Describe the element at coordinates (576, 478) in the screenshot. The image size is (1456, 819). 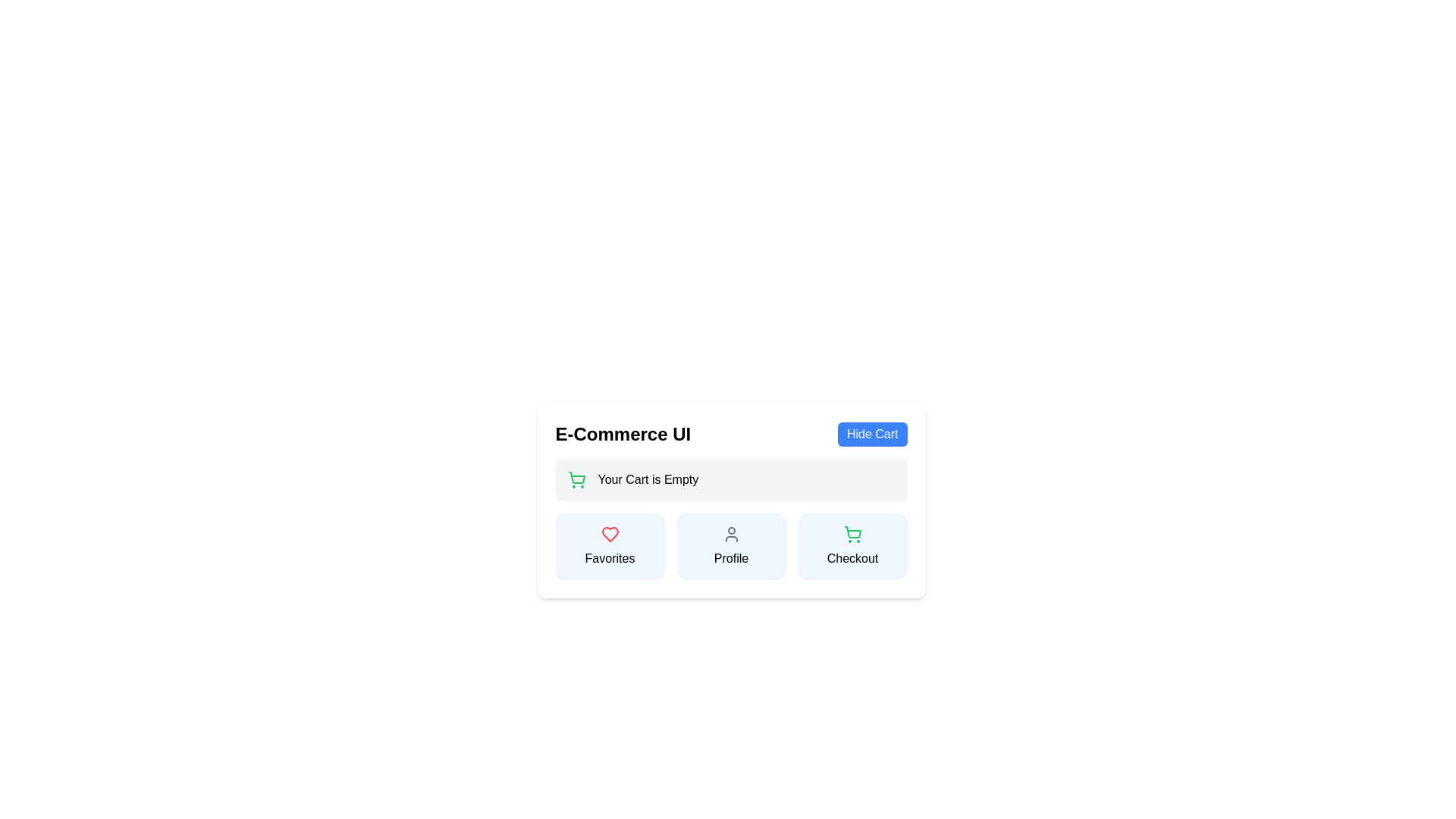
I see `the shopping cart icon in the 'Checkout' section to proceed to the checkout process` at that location.